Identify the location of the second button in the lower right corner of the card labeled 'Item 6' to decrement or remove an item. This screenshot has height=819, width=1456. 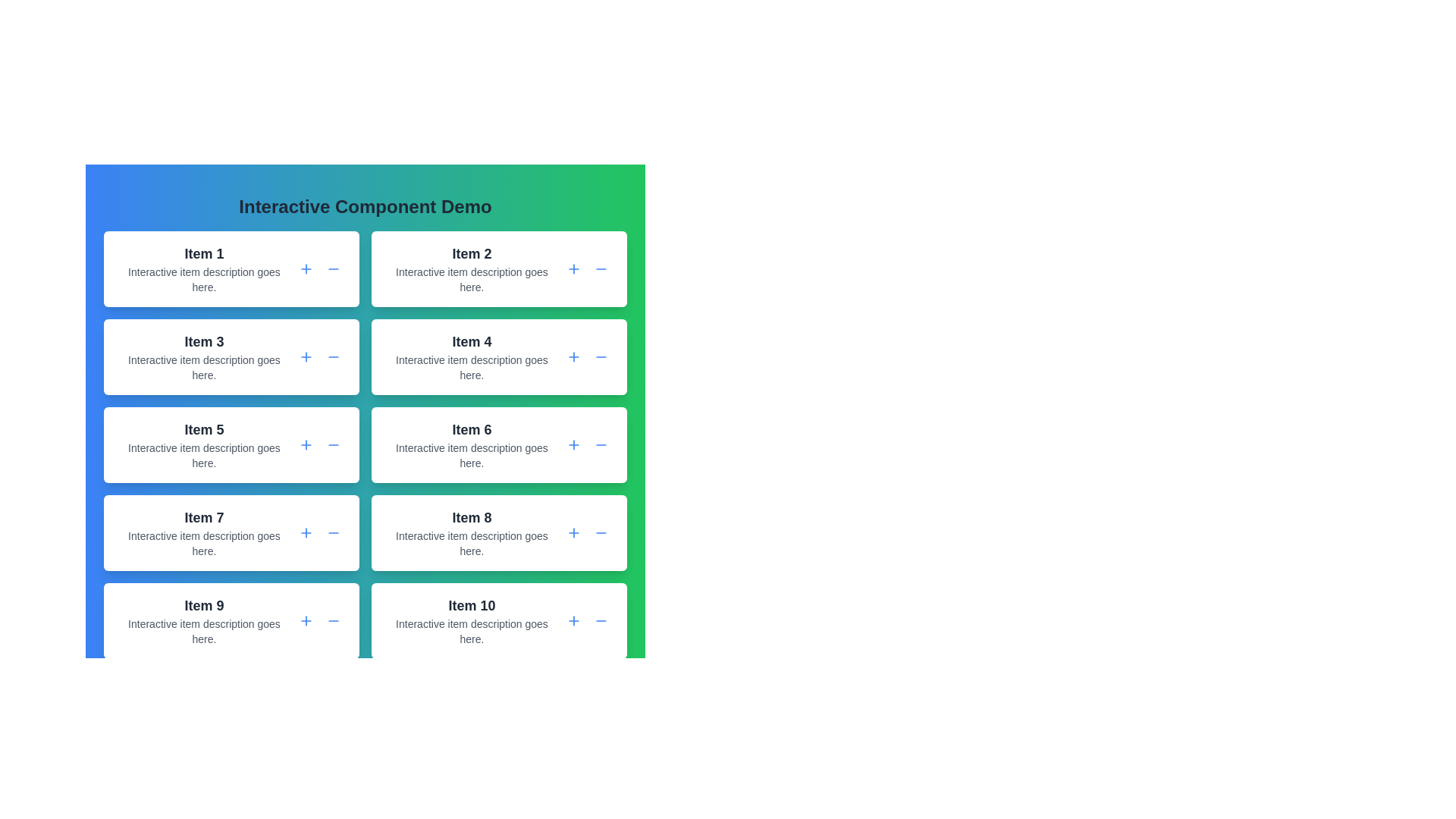
(600, 444).